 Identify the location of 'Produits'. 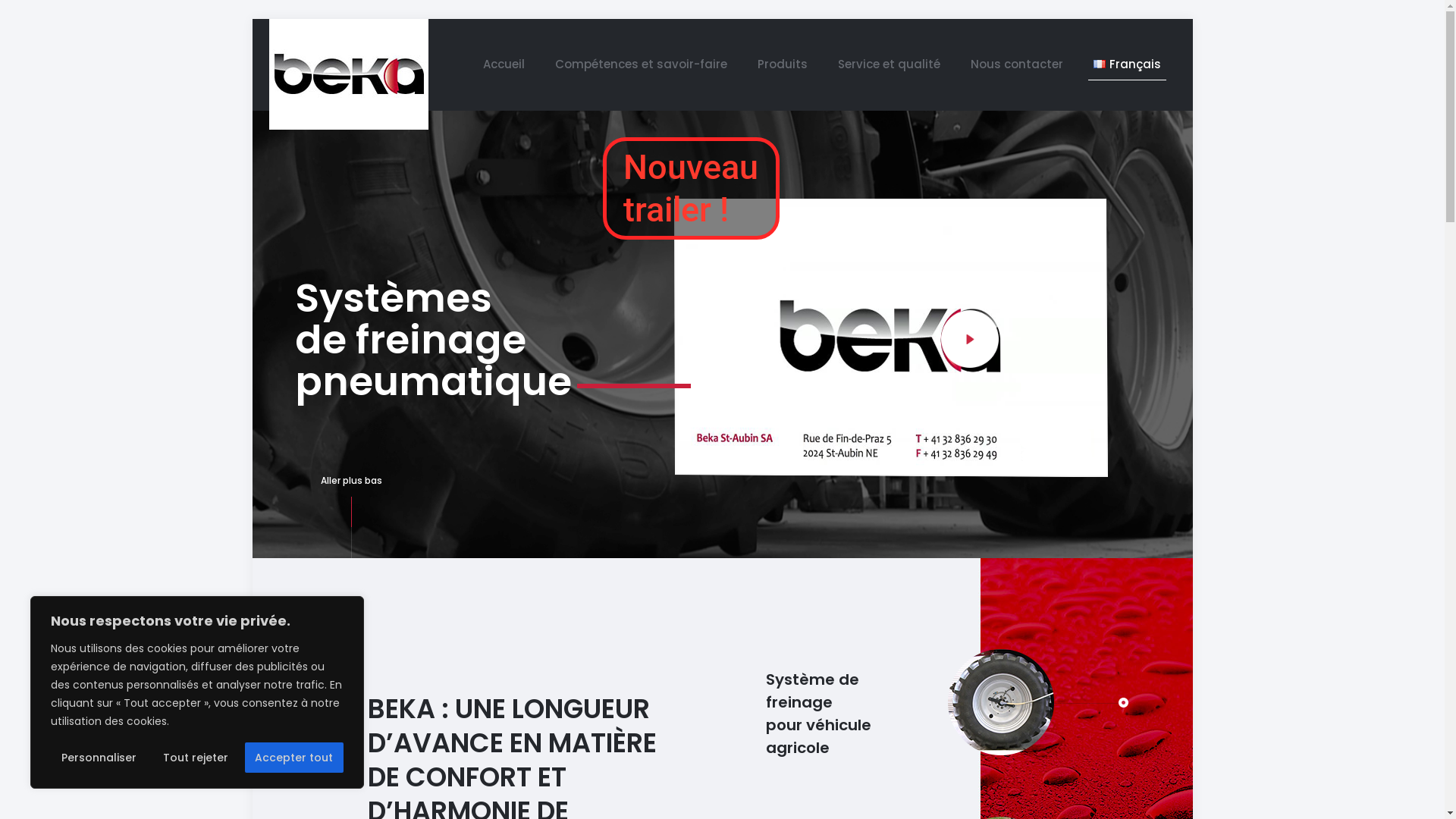
(742, 63).